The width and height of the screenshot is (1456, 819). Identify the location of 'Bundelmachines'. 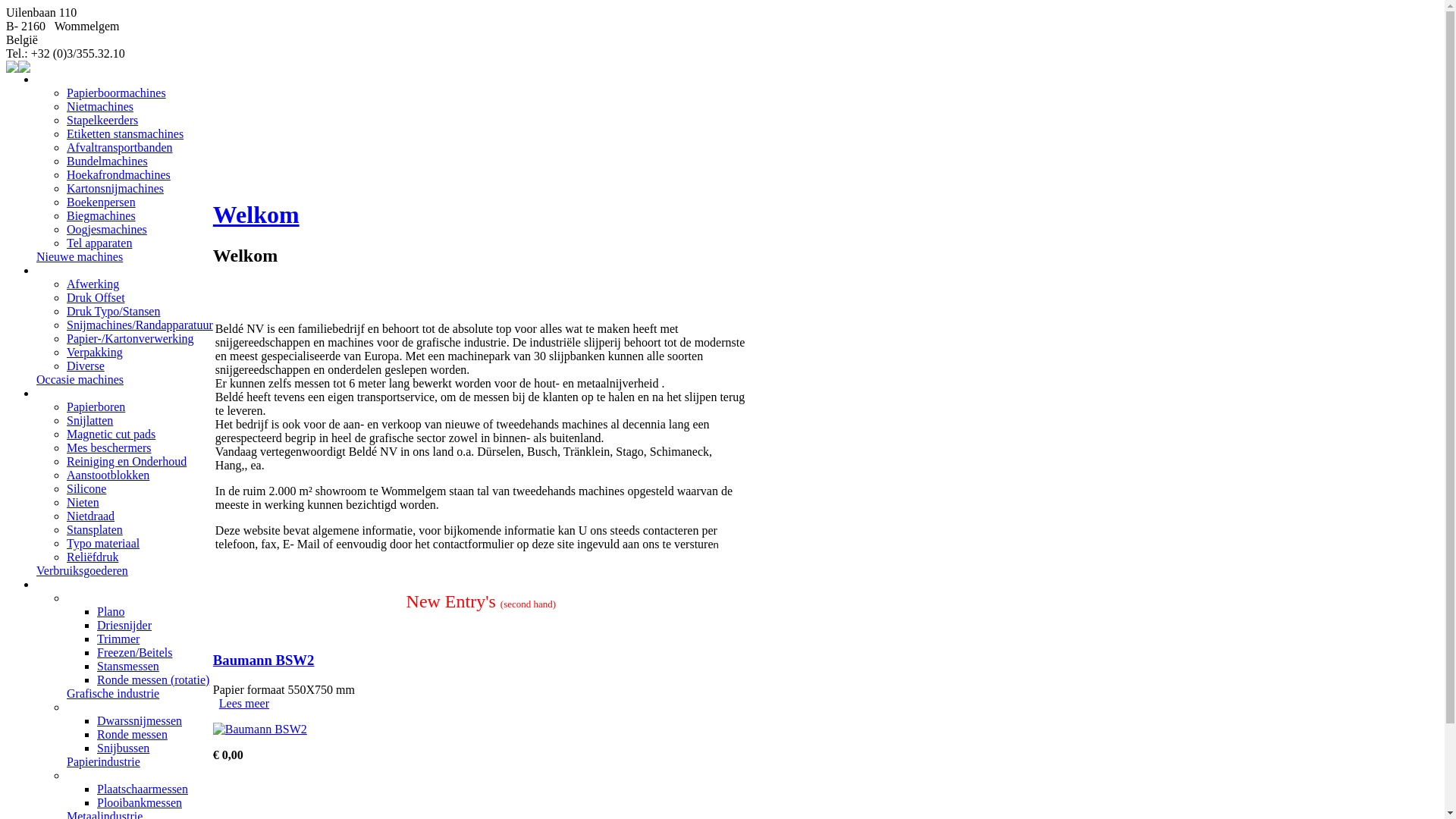
(106, 161).